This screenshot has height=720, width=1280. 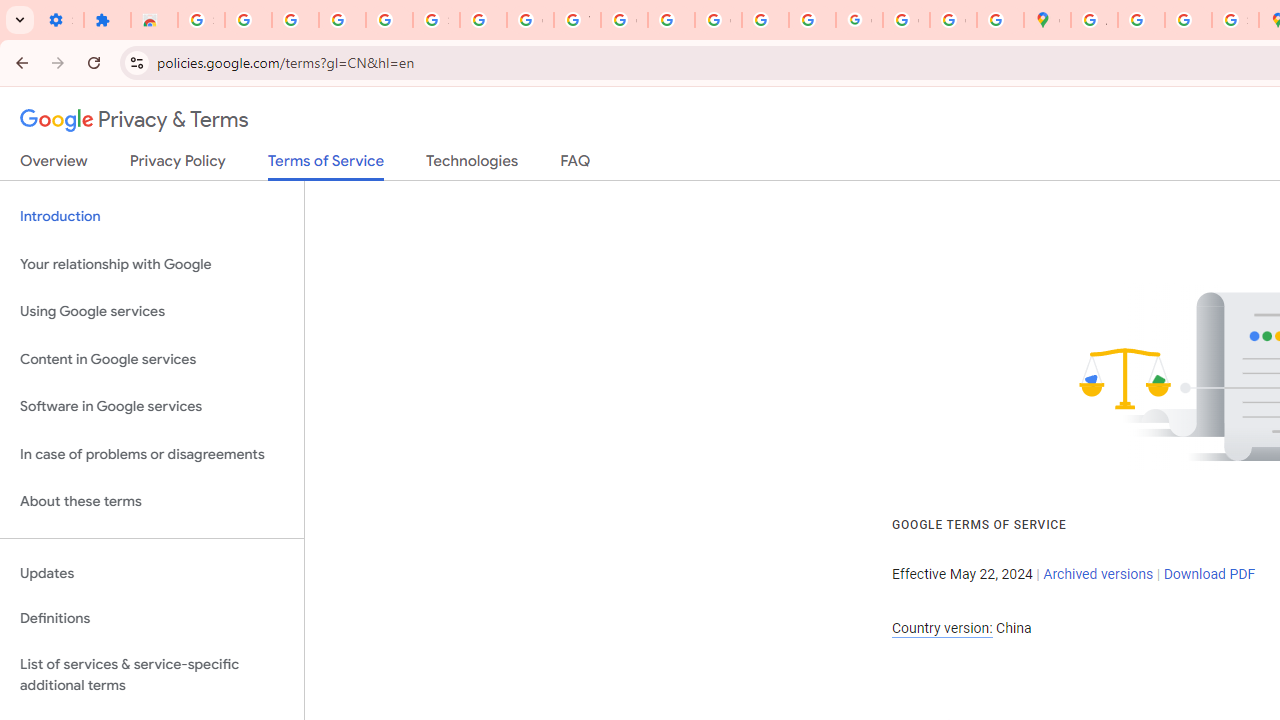 I want to click on 'Using Google services', so click(x=151, y=312).